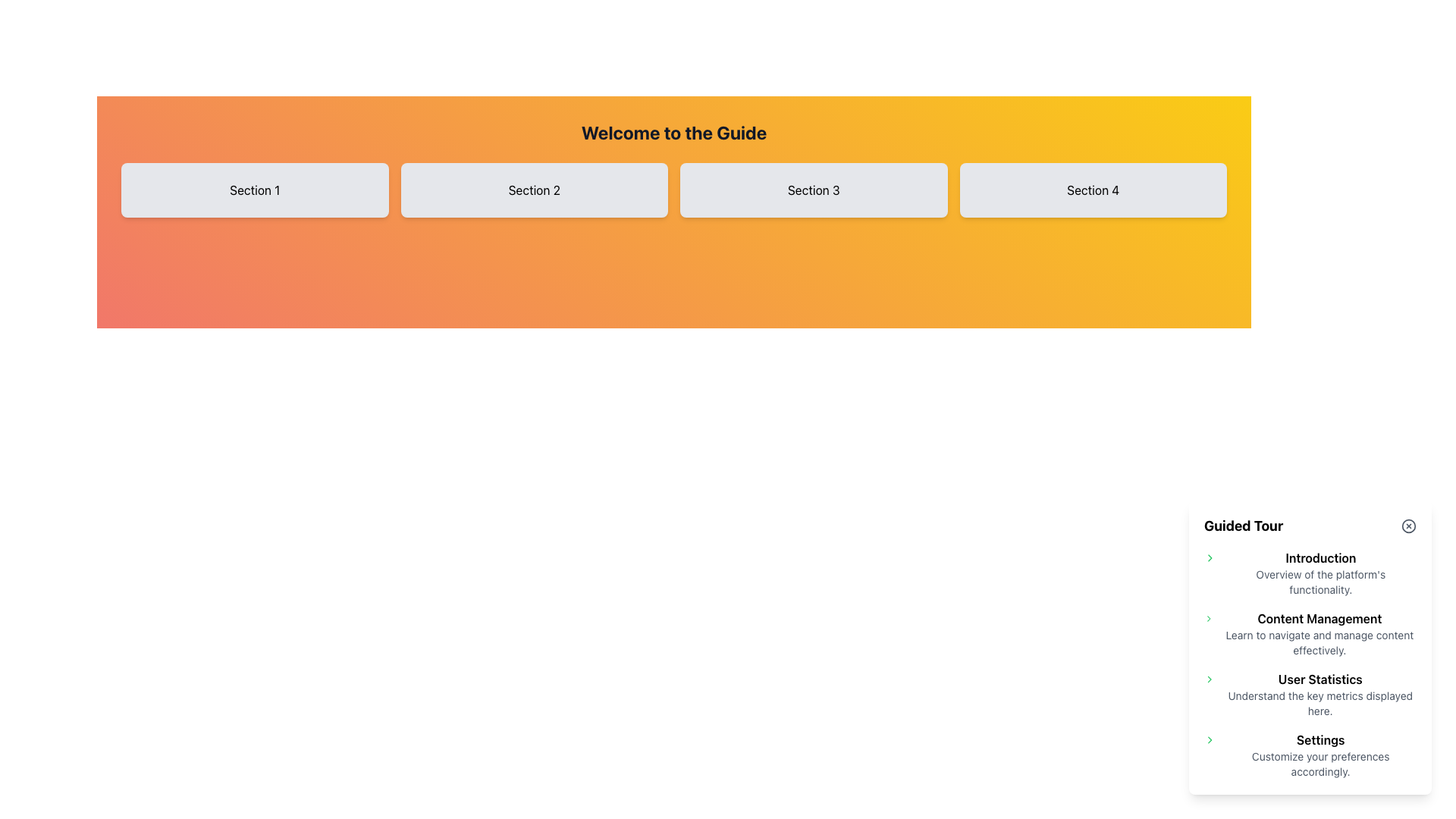 The height and width of the screenshot is (819, 1456). What do you see at coordinates (1407, 526) in the screenshot?
I see `the SVG Circle element located in the bottom-right corner of the interface, which is part of an icon indicating a close or dismiss action` at bounding box center [1407, 526].